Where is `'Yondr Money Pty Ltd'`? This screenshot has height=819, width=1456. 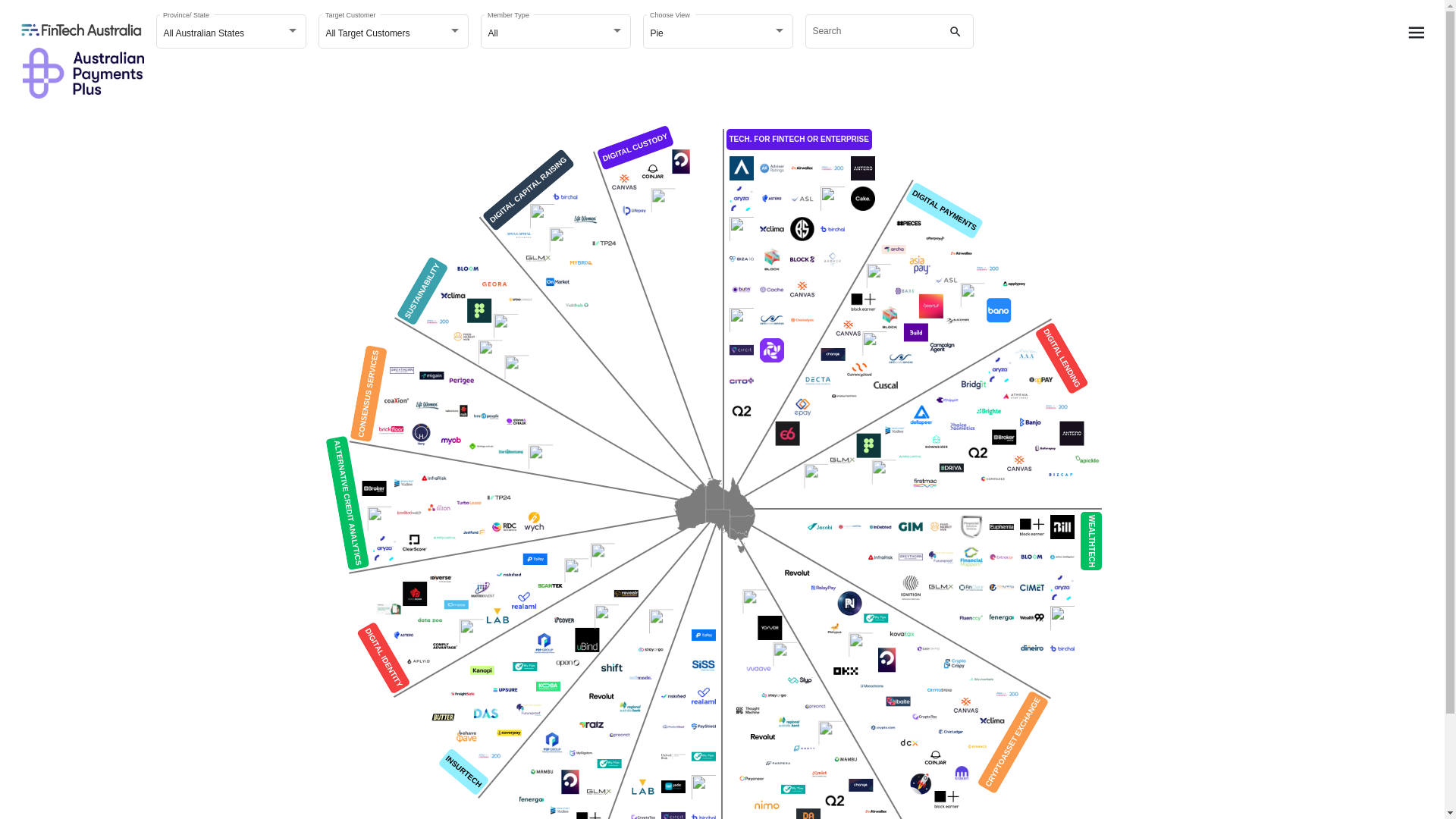 'Yondr Money Pty Ltd' is located at coordinates (769, 628).